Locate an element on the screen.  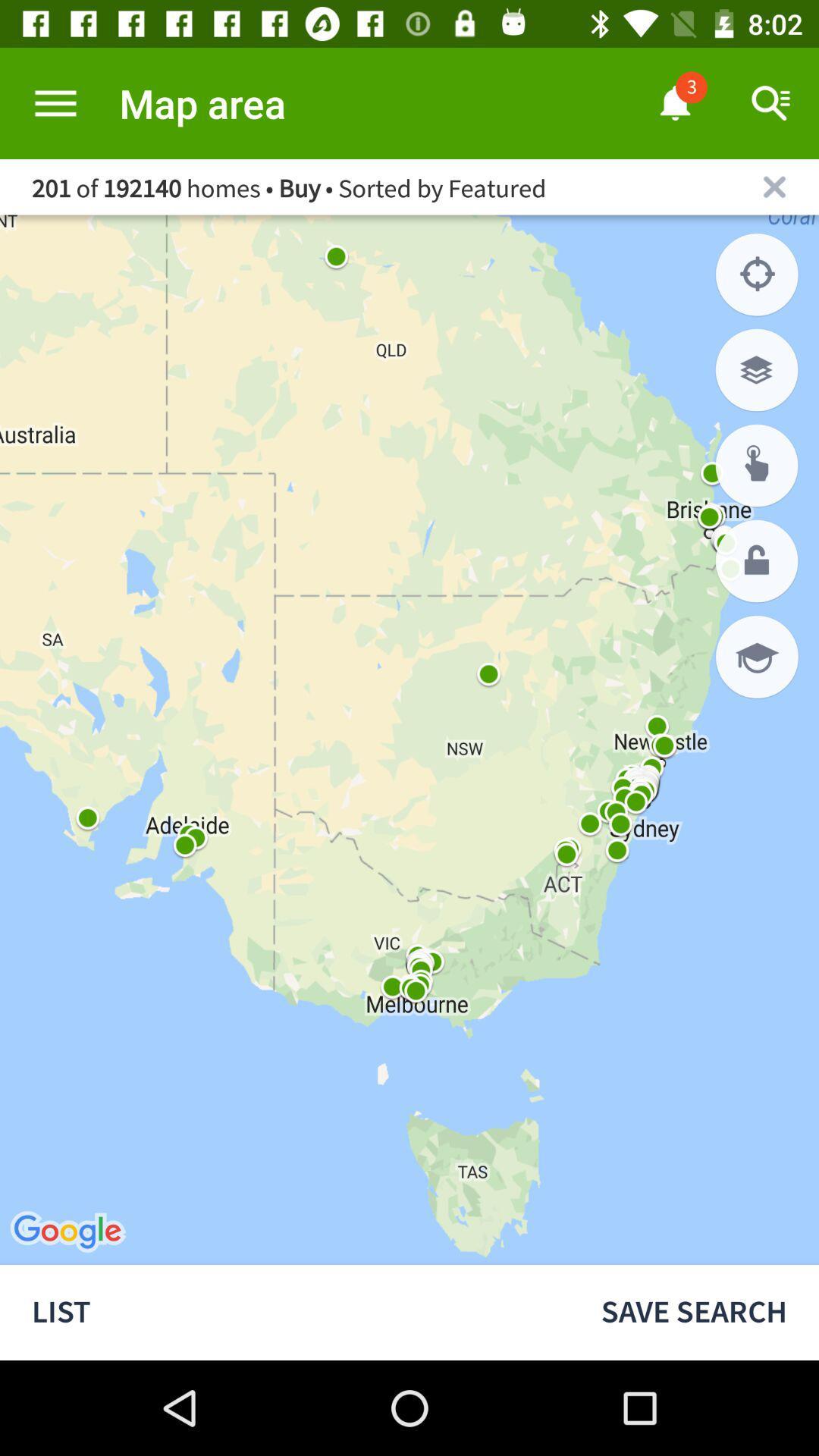
the save search is located at coordinates (694, 1312).